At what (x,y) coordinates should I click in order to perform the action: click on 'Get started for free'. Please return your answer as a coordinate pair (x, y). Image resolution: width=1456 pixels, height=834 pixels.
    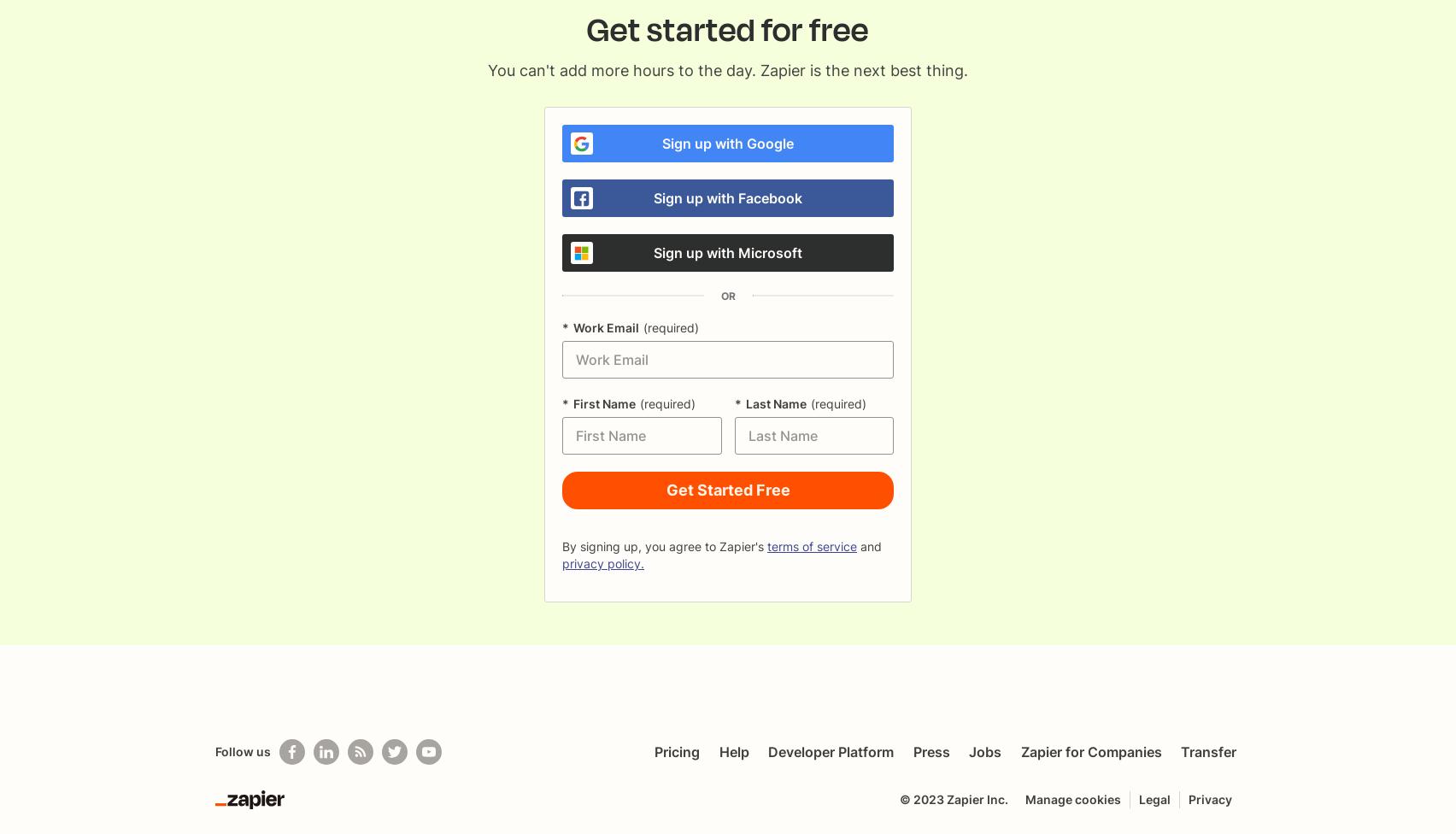
    Looking at the image, I should click on (728, 30).